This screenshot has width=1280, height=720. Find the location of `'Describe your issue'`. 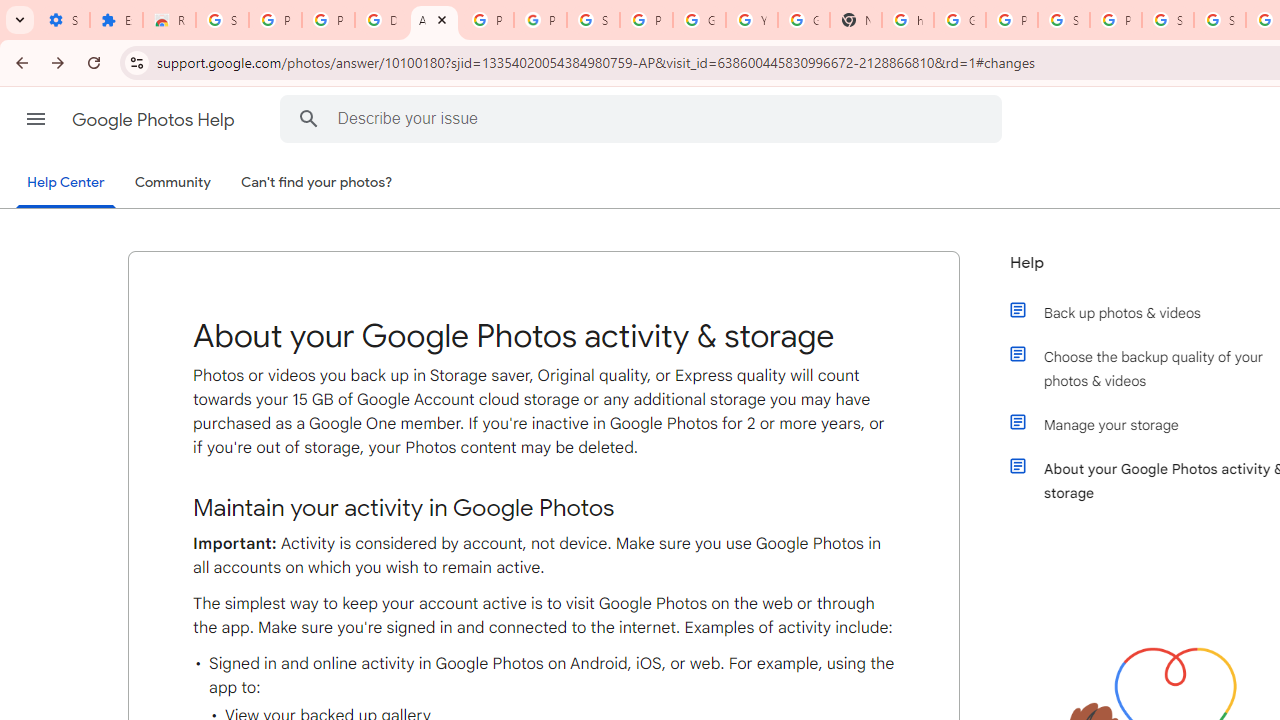

'Describe your issue' is located at coordinates (645, 118).